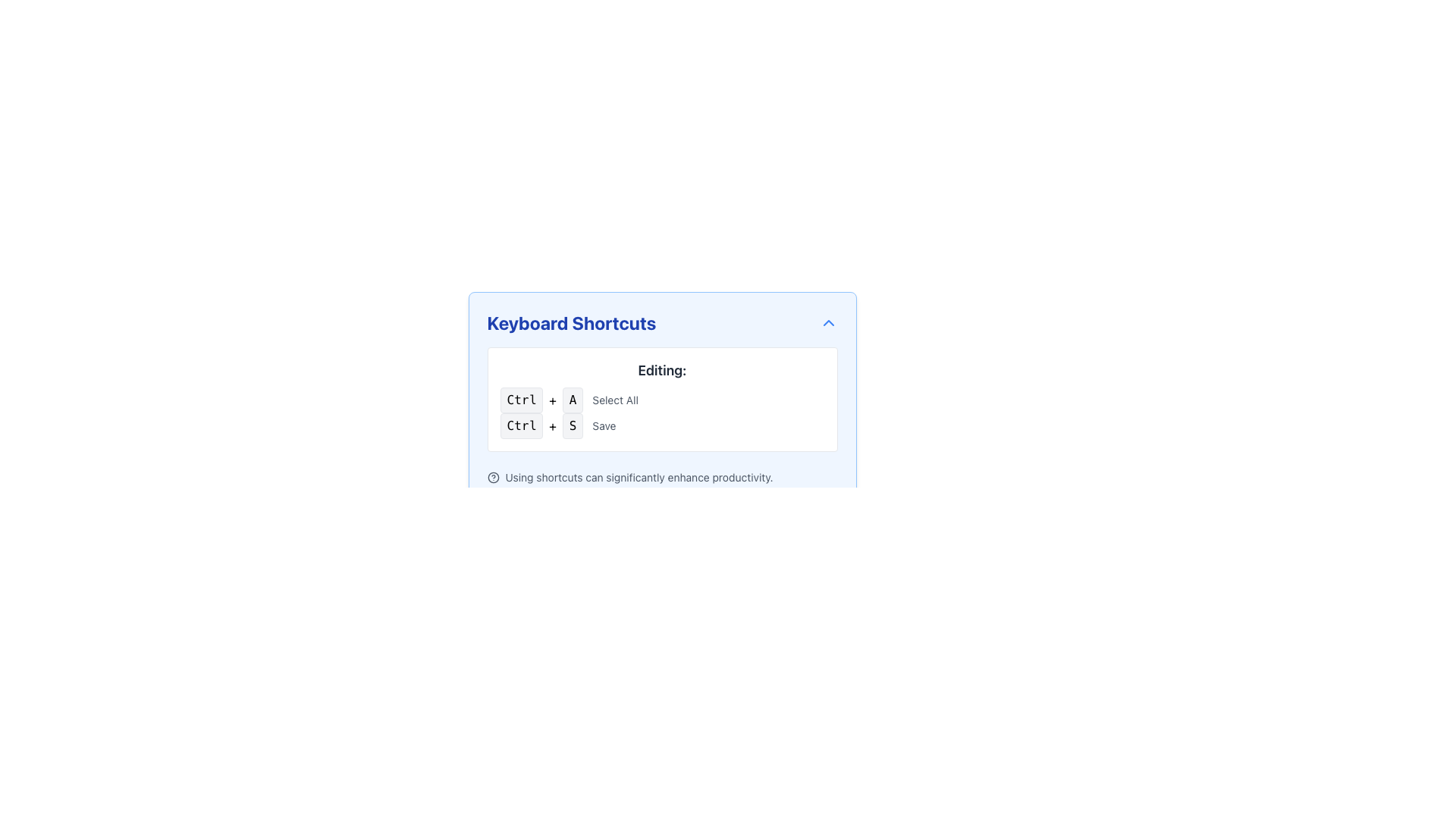 The width and height of the screenshot is (1456, 819). What do you see at coordinates (662, 416) in the screenshot?
I see `keyboard shortcuts instructions displayed in the 'Editing:' section of the Instructional guidance card` at bounding box center [662, 416].